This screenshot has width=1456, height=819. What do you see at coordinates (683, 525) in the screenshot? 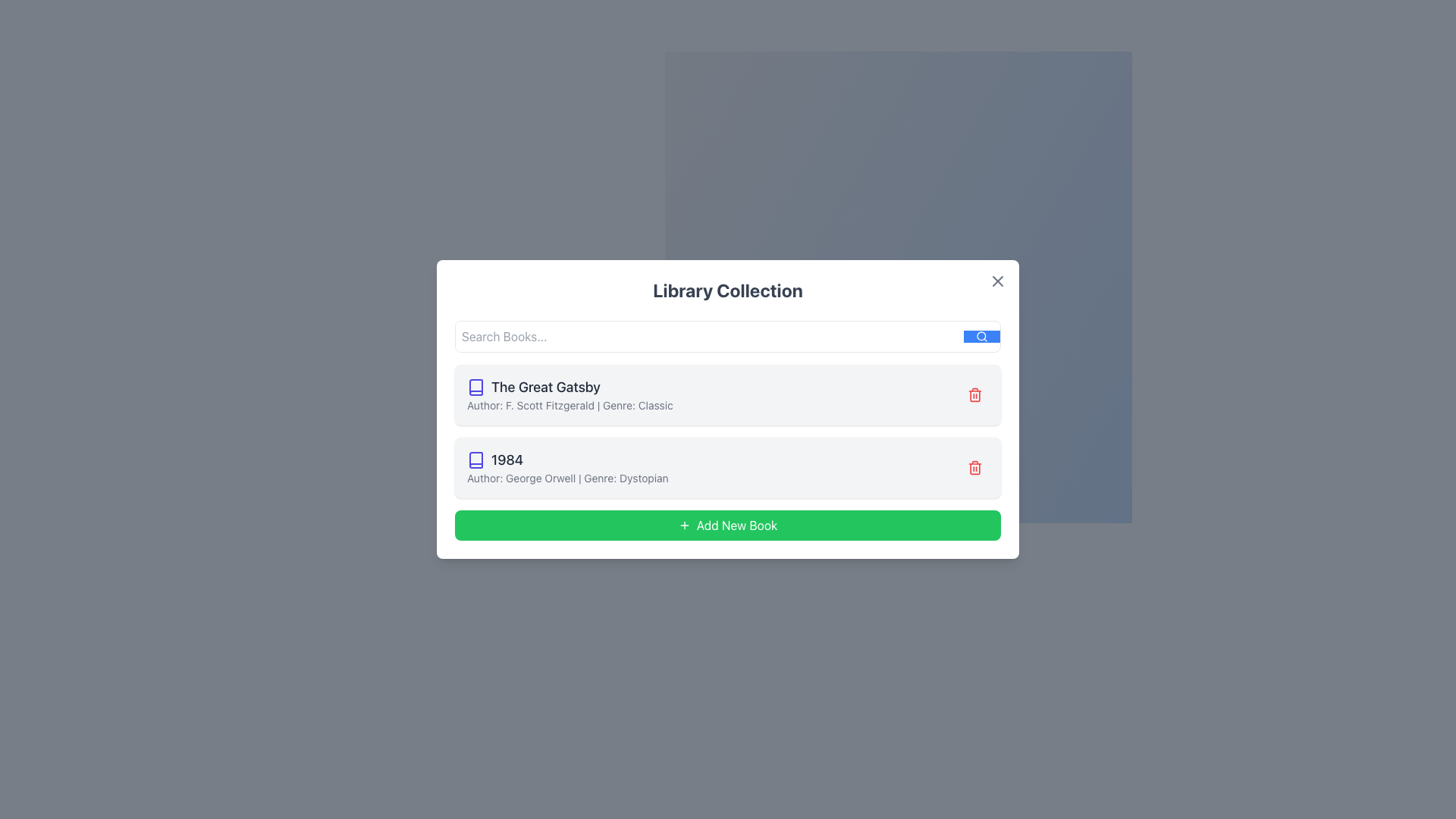
I see `the plus sign icon within the 'Add New Book' button, which has a green background and white text, located at the bottom of the modal dialog` at bounding box center [683, 525].